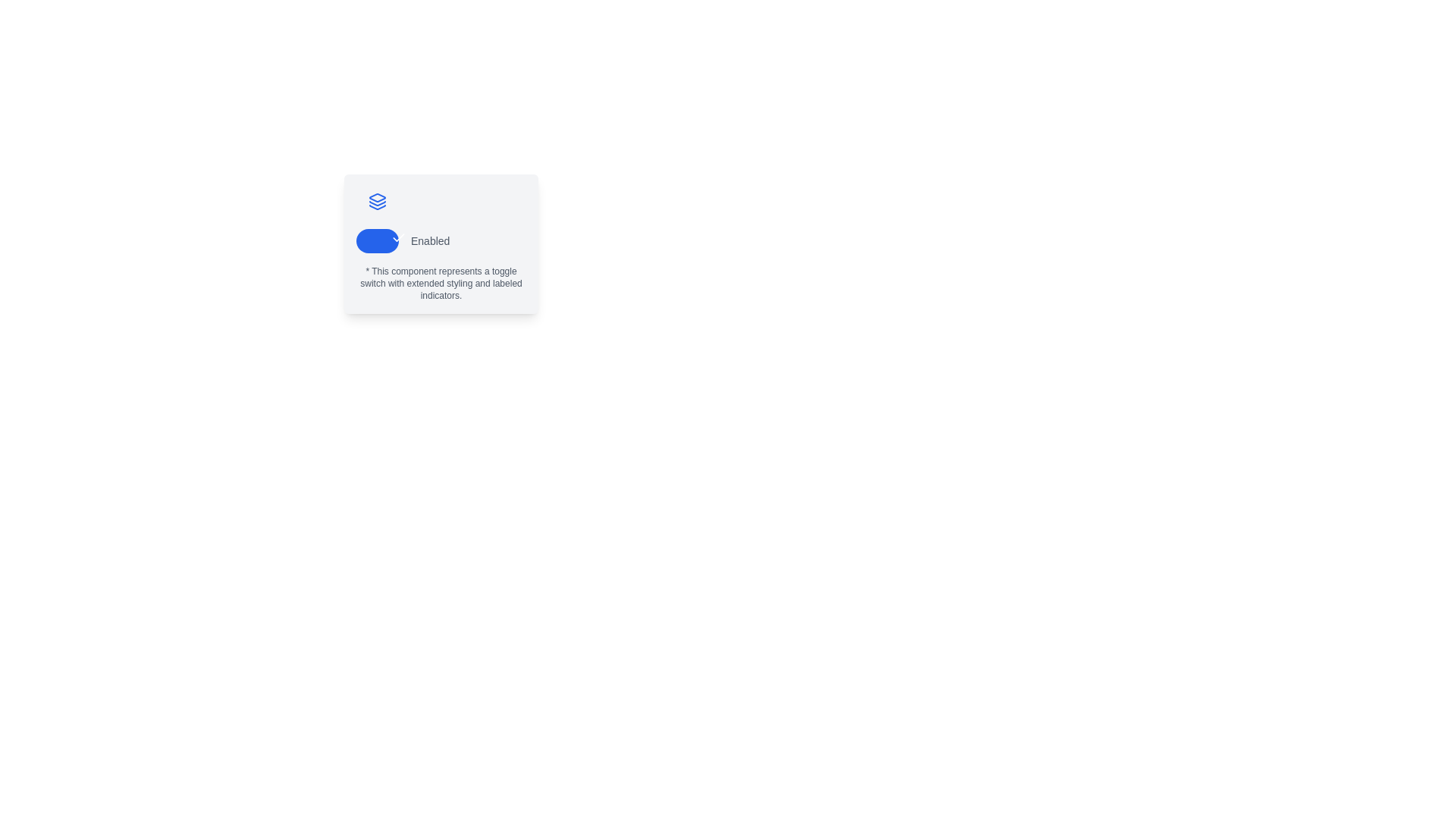 The image size is (1456, 819). Describe the element at coordinates (399, 237) in the screenshot. I see `the checkmark icon within the SVG graphic that indicates a selected state, which is visually aligned with the toggle switch labeled 'Enabled'` at that location.